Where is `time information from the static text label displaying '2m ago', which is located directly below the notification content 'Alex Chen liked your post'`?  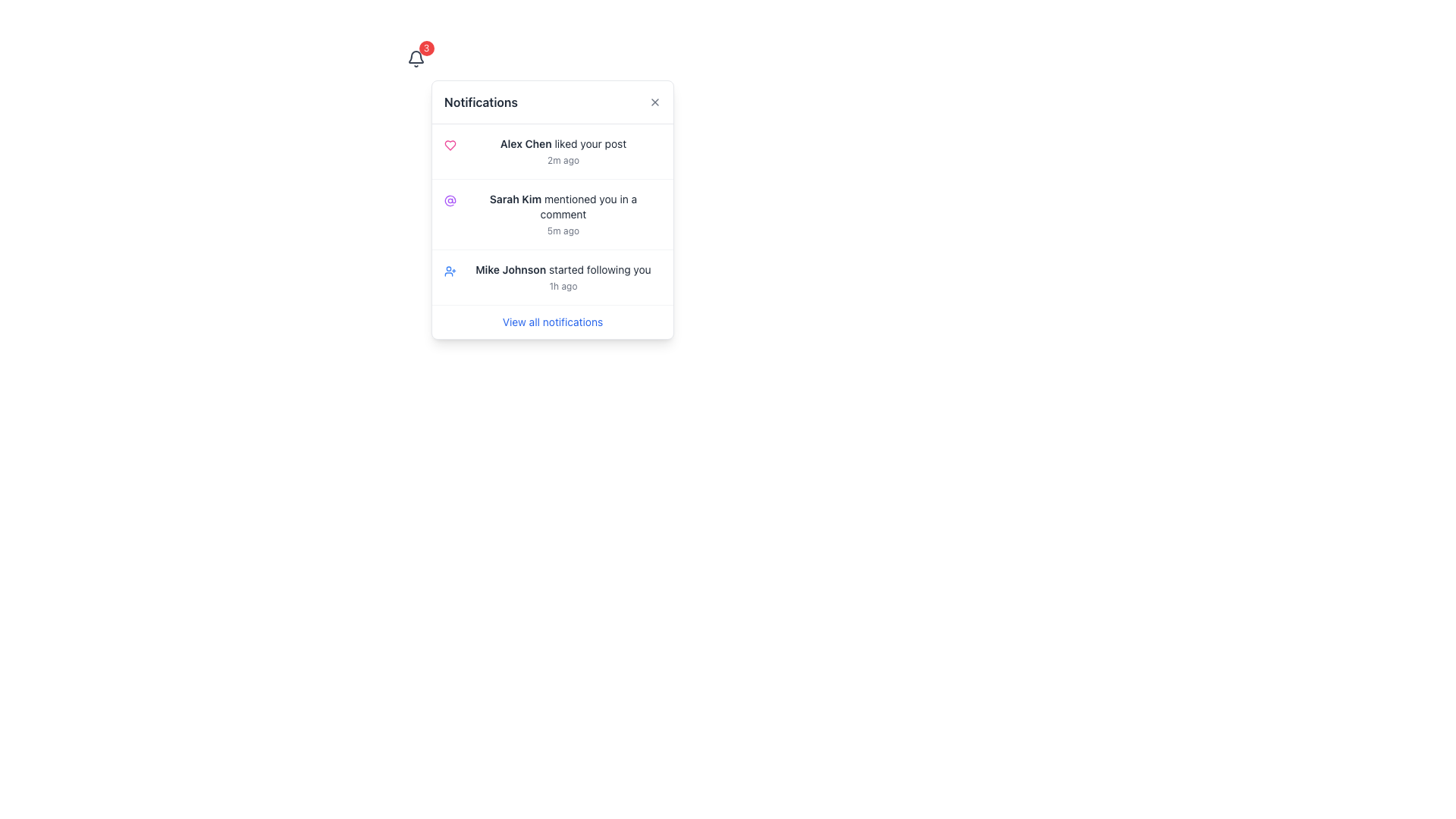 time information from the static text label displaying '2m ago', which is located directly below the notification content 'Alex Chen liked your post' is located at coordinates (563, 161).